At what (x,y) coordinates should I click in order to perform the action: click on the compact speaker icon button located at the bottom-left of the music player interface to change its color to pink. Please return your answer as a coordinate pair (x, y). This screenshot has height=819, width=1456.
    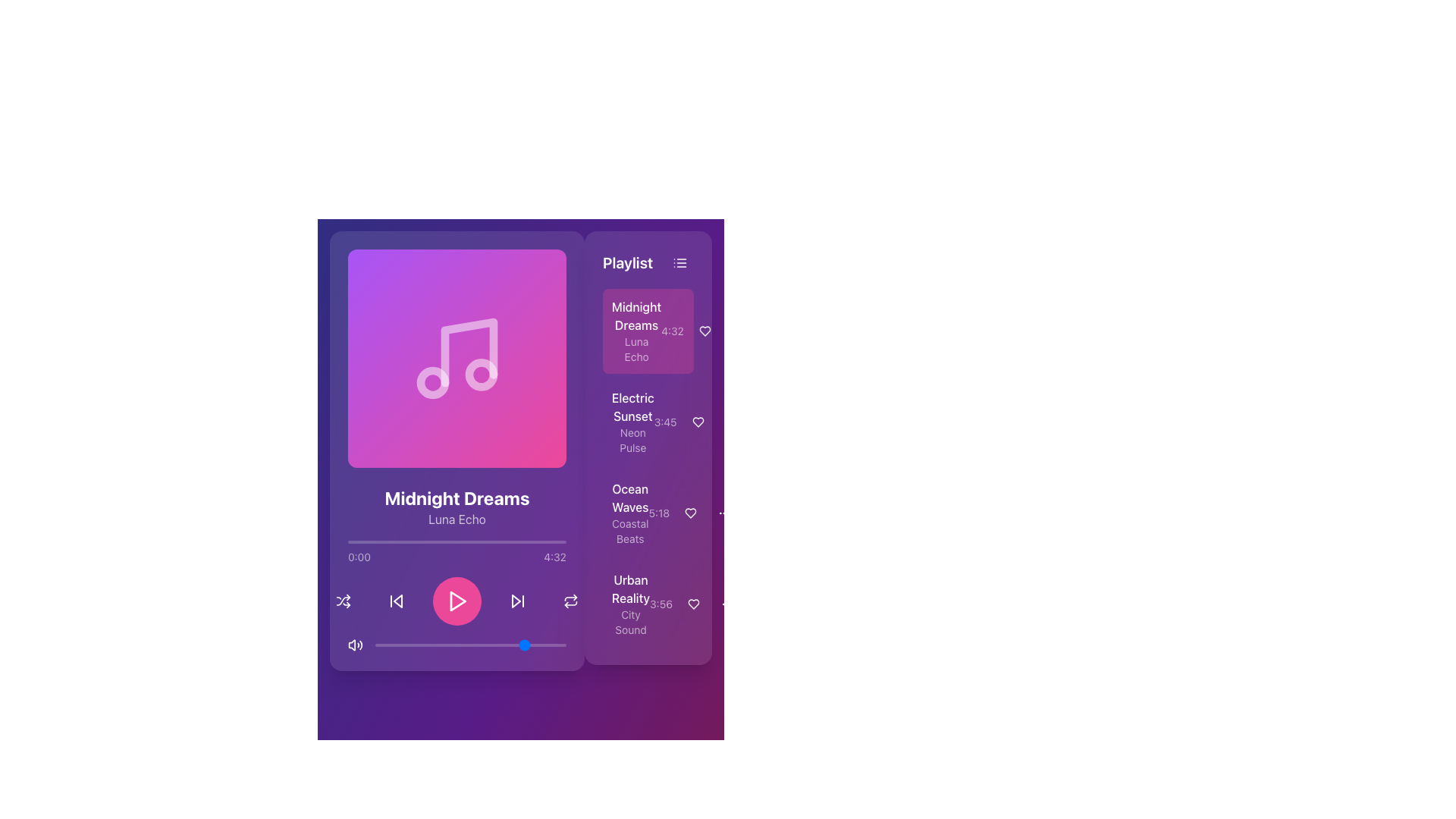
    Looking at the image, I should click on (355, 645).